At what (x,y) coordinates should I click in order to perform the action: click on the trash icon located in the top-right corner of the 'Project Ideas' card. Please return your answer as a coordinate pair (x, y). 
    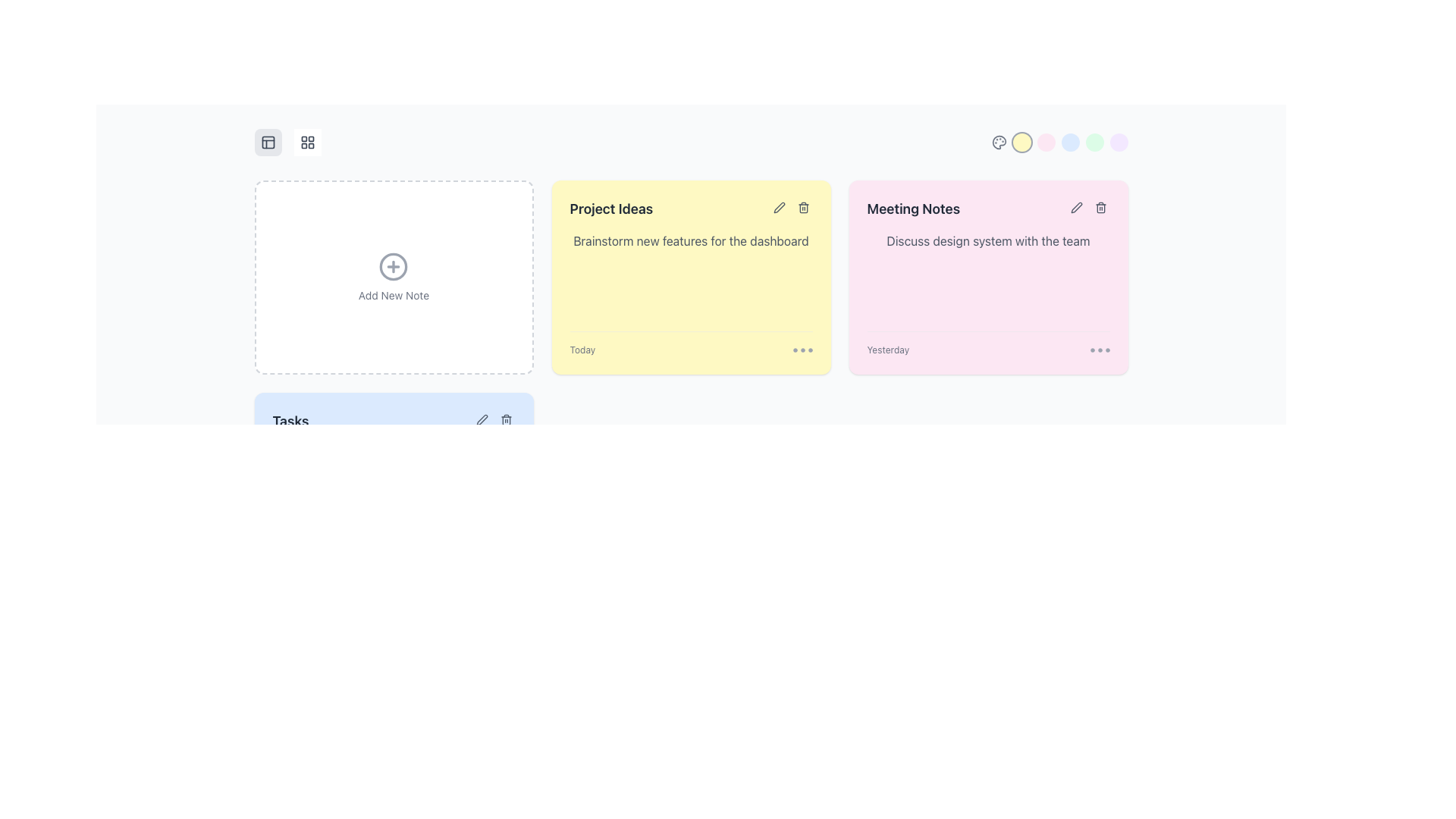
    Looking at the image, I should click on (802, 207).